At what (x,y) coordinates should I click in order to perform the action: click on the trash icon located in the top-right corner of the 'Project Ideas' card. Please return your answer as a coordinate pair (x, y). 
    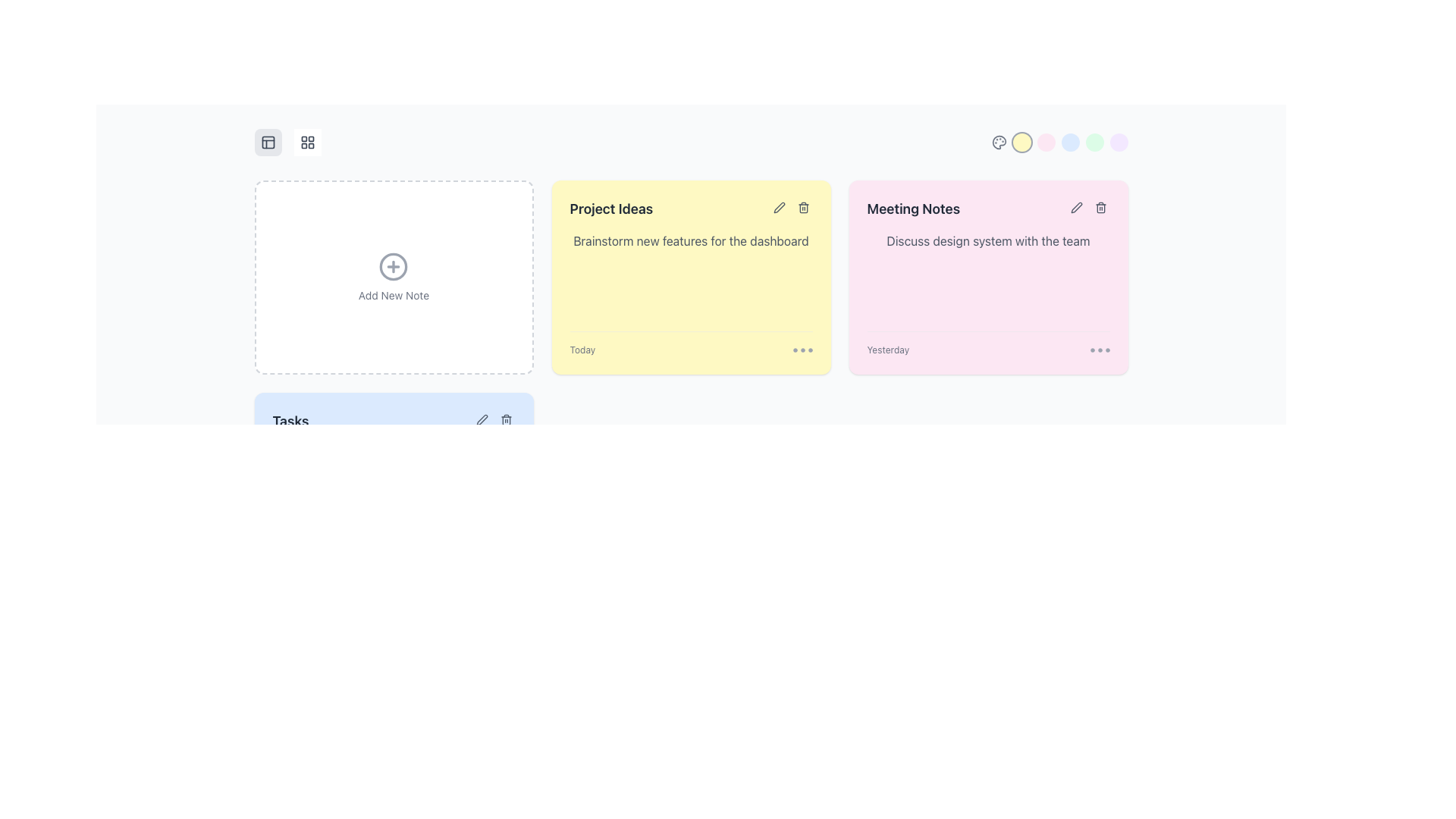
    Looking at the image, I should click on (802, 207).